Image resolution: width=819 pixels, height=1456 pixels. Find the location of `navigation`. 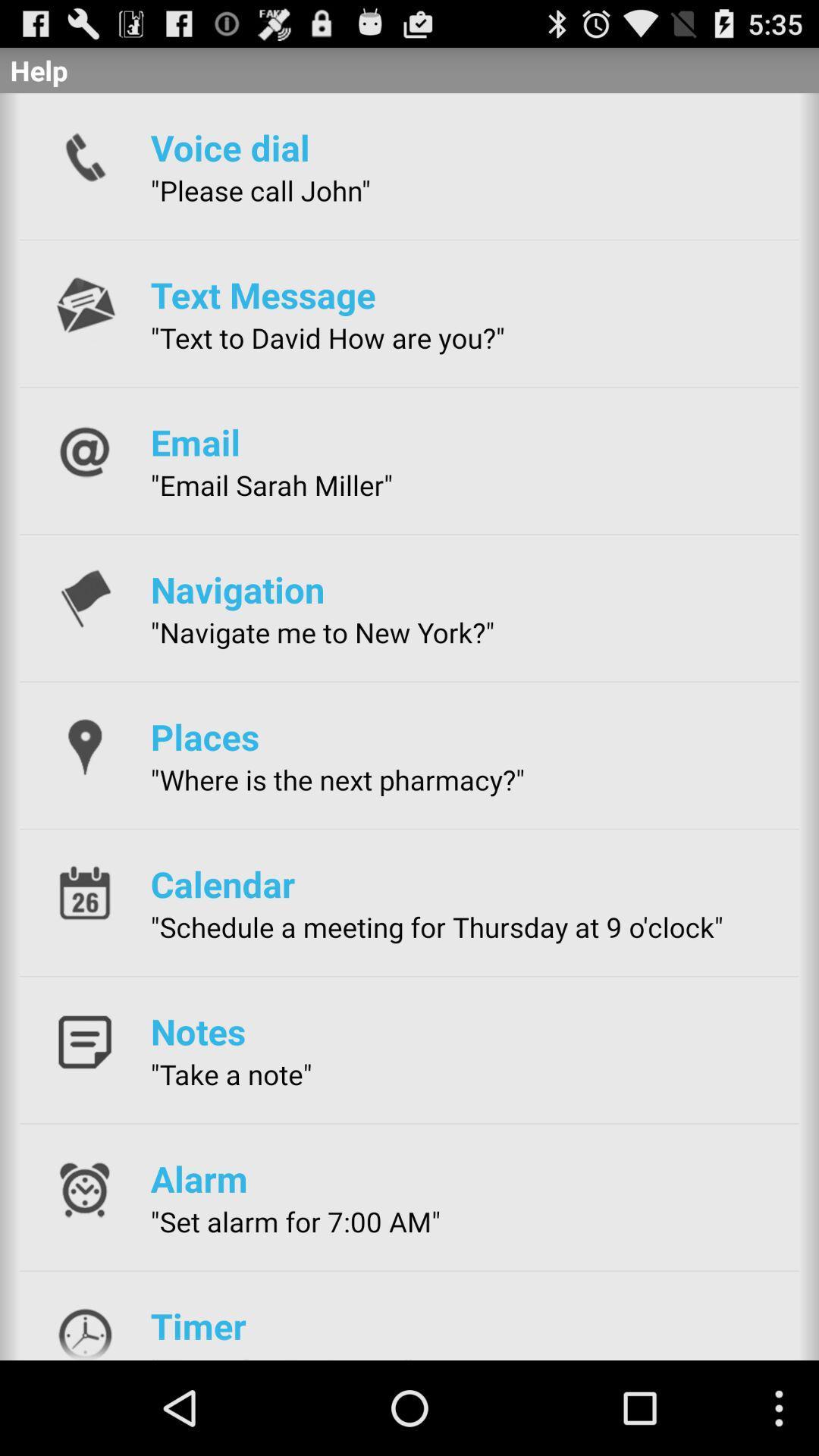

navigation is located at coordinates (237, 588).